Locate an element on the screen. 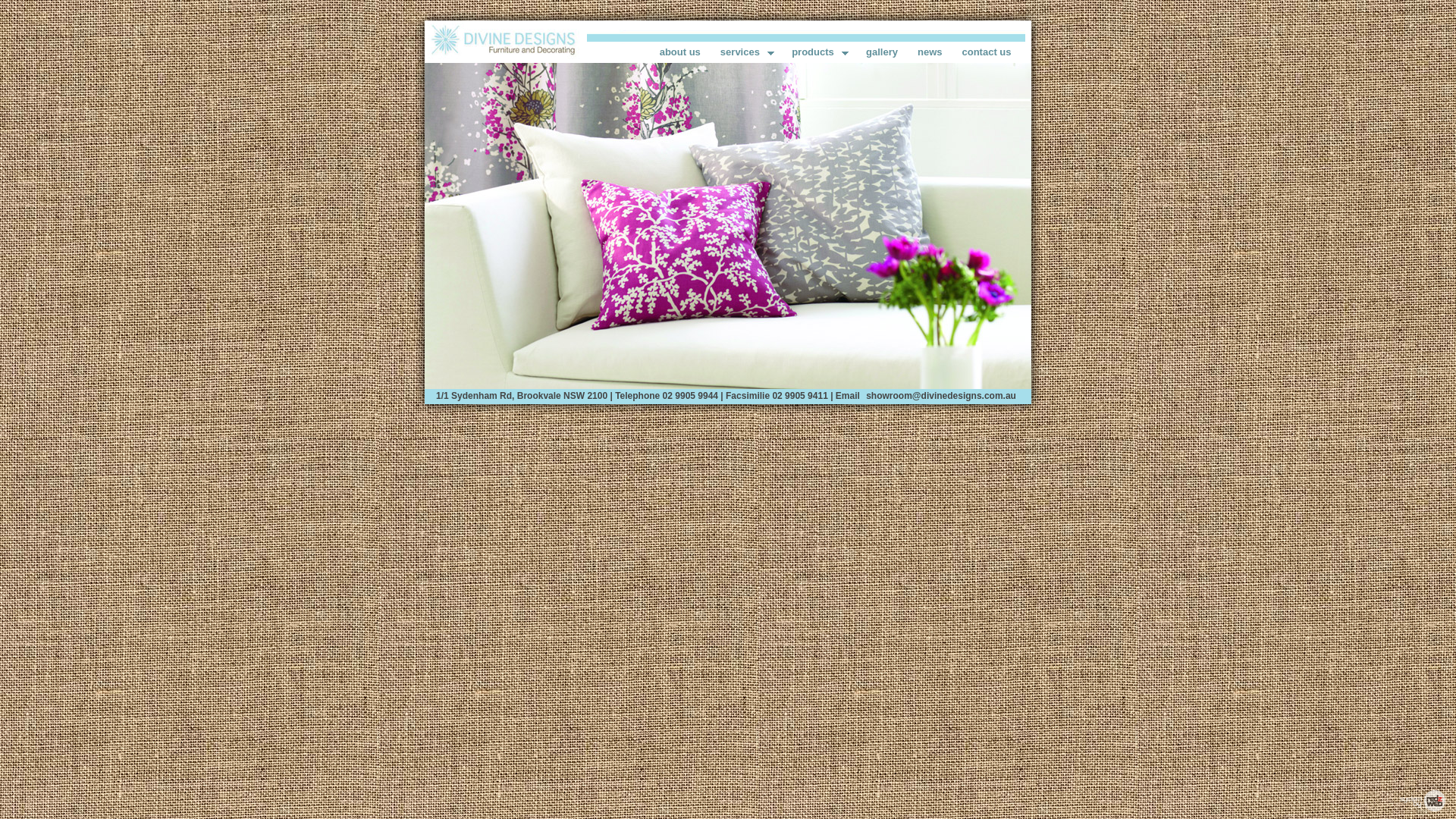 The height and width of the screenshot is (819, 1456). 'products' is located at coordinates (818, 51).